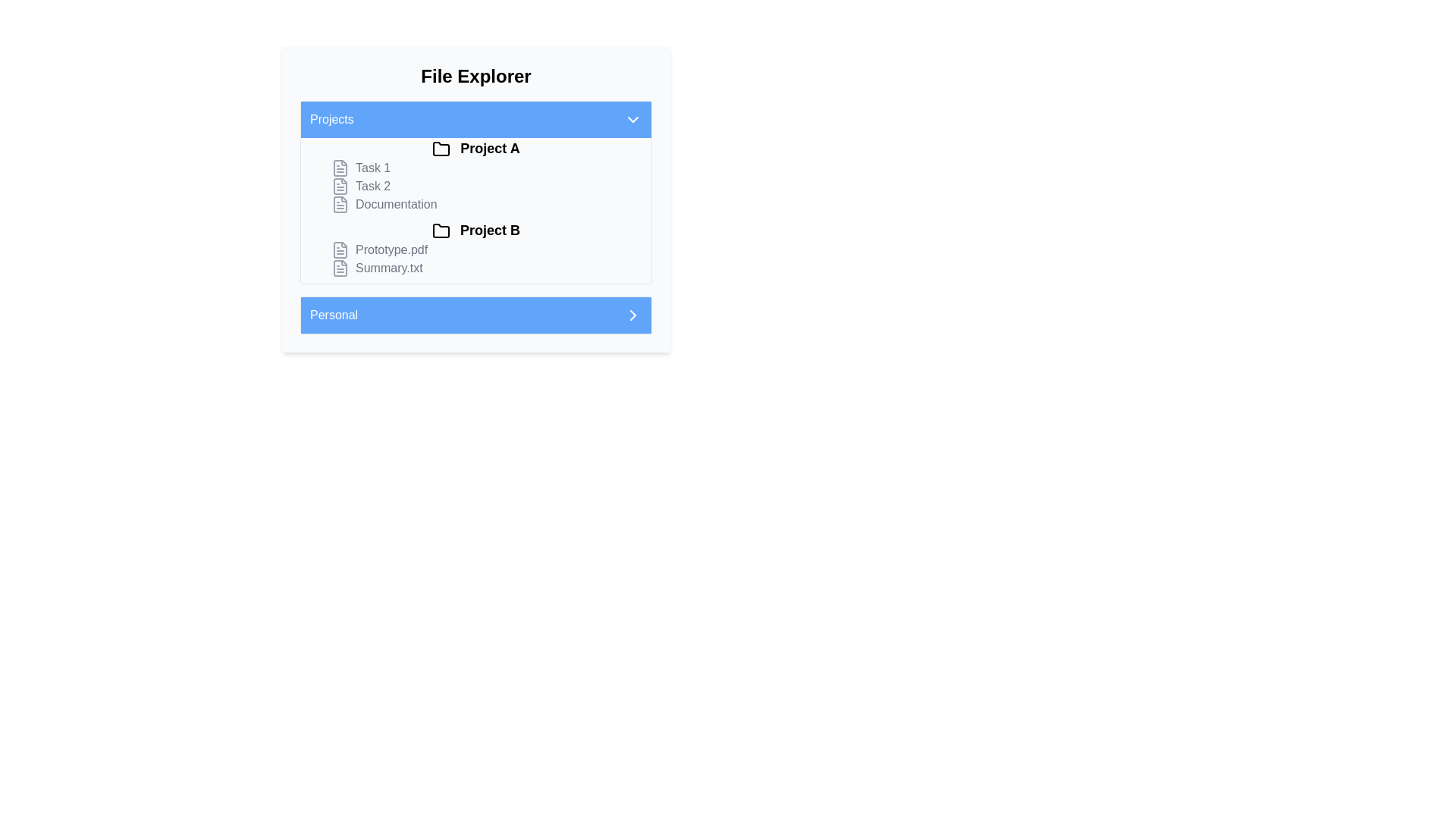  Describe the element at coordinates (633, 315) in the screenshot. I see `the icon located on the rightmost side of the blue rectangular area labeled 'Personal'` at that location.